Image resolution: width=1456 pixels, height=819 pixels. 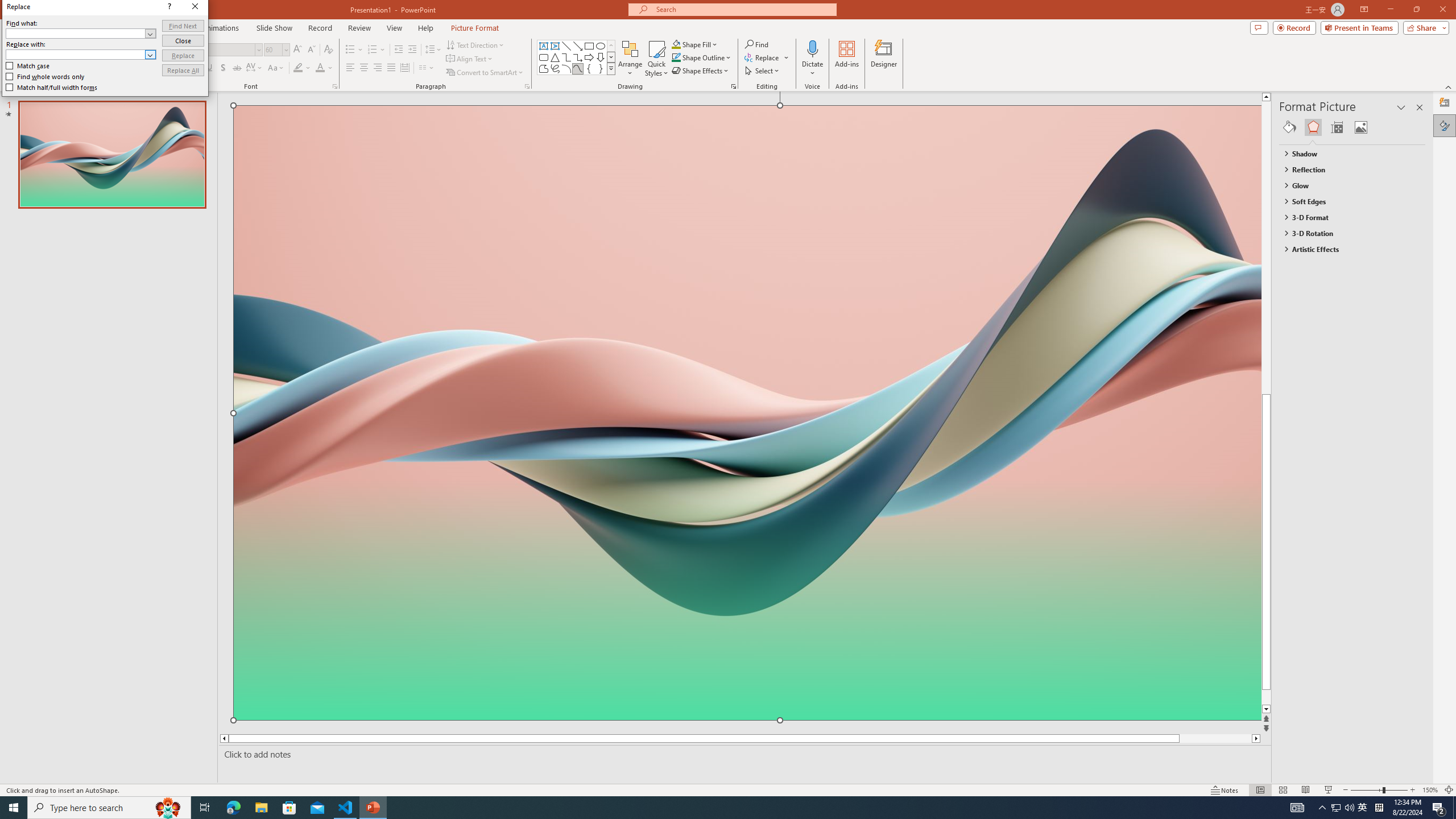 I want to click on 'AutomationID: 4105', so click(x=1296, y=806).